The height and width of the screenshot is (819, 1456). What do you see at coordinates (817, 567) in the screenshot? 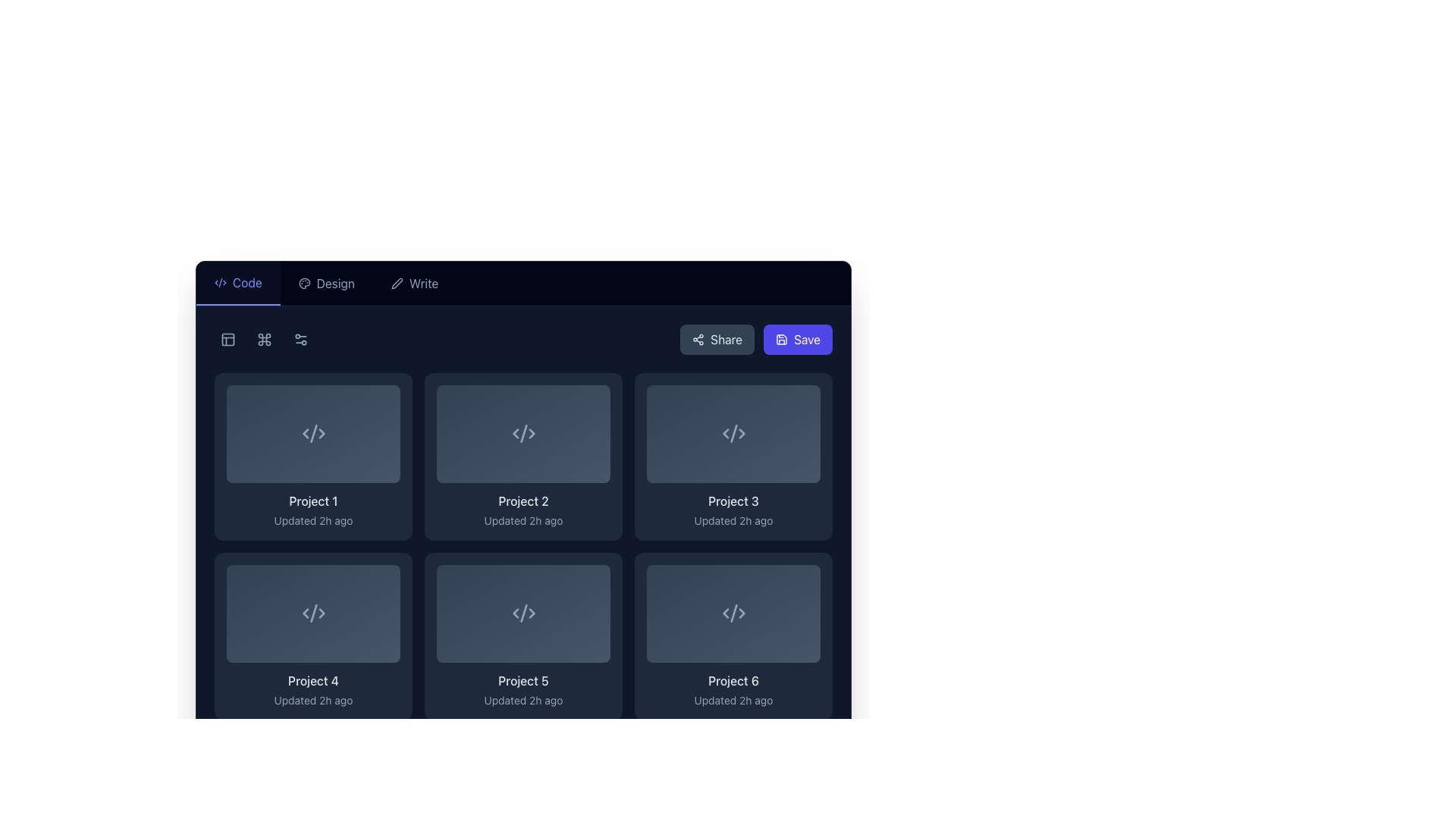
I see `the layers icon located in the top-right corner of the sixth project card, which indicates navigation or access to additional options related to the project's layers` at bounding box center [817, 567].